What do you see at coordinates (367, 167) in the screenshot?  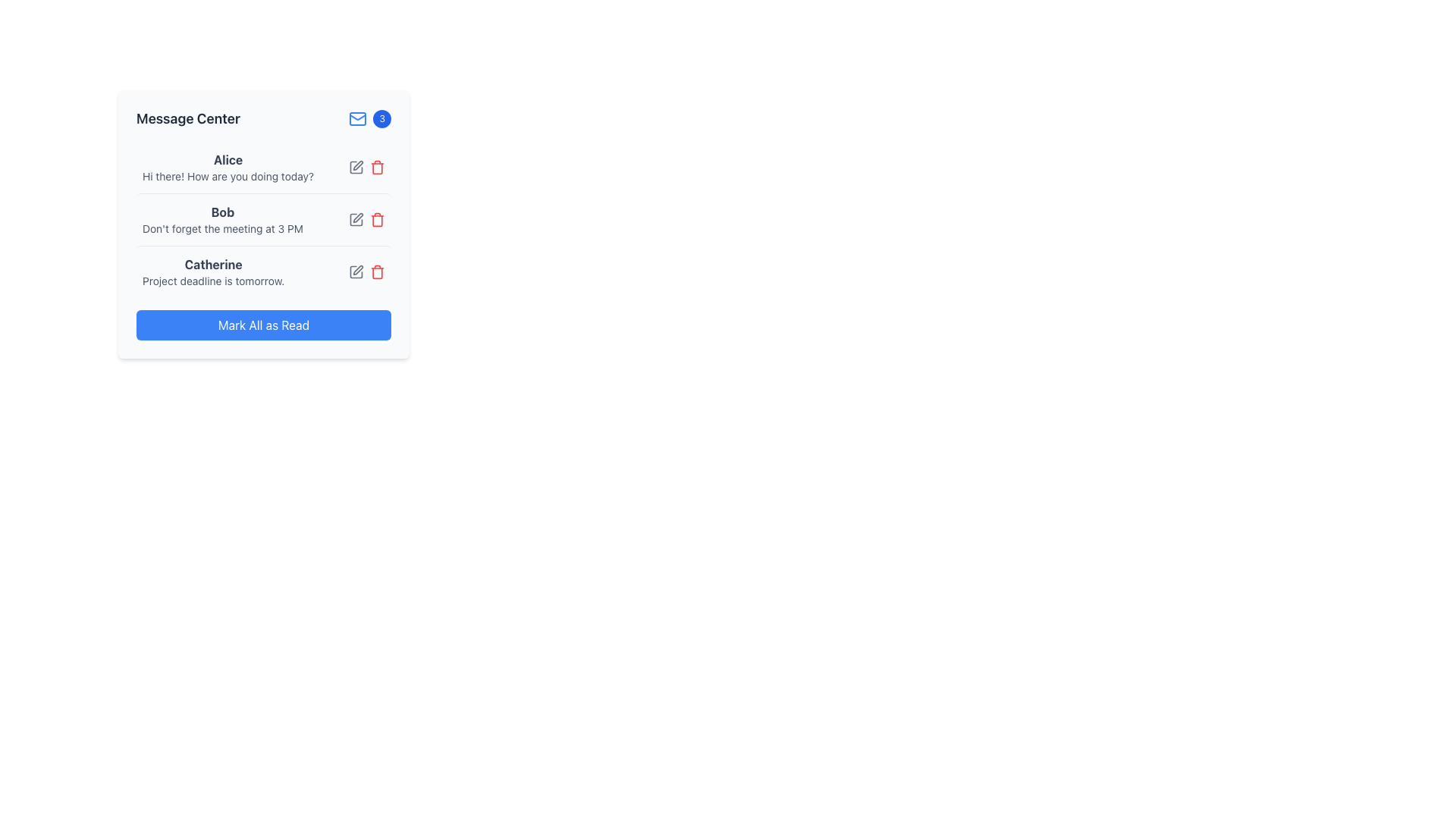 I see `the trash bin icon on the right side of the edit and delete icon set` at bounding box center [367, 167].